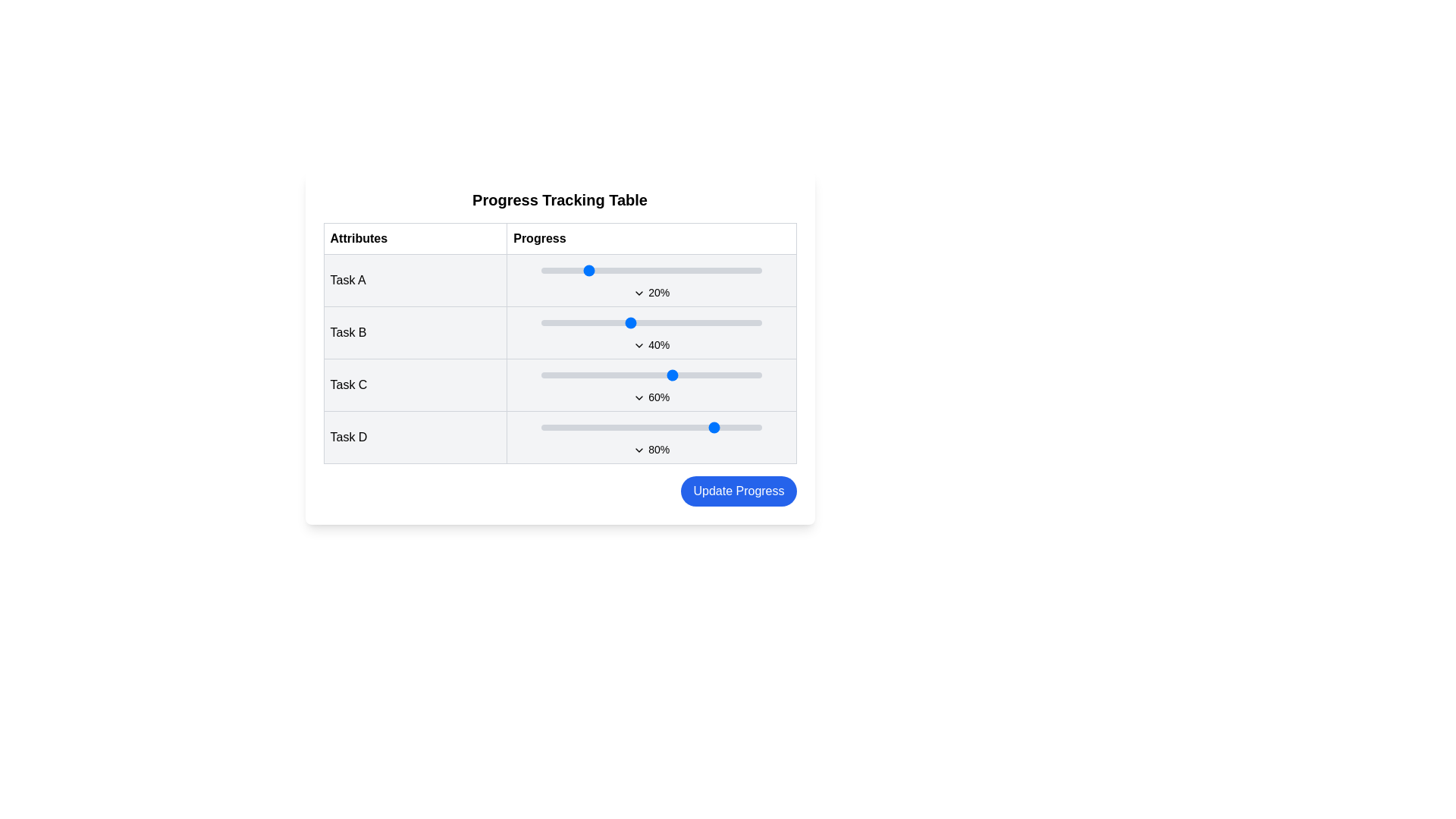 The height and width of the screenshot is (819, 1456). Describe the element at coordinates (739, 270) in the screenshot. I see `progress value` at that location.